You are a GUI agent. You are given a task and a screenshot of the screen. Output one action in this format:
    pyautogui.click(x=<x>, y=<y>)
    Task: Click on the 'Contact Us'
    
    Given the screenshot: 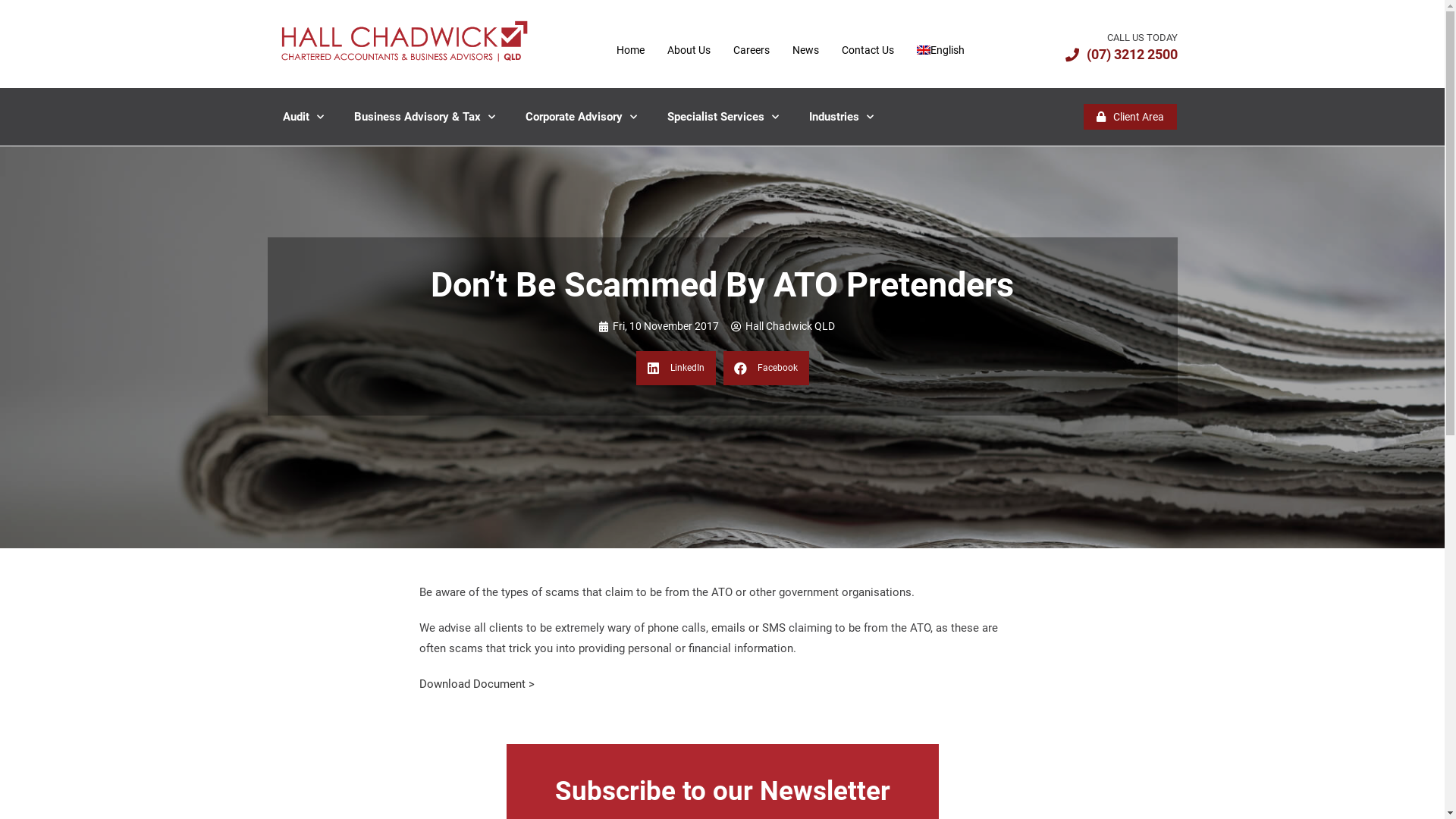 What is the action you would take?
    pyautogui.click(x=868, y=49)
    